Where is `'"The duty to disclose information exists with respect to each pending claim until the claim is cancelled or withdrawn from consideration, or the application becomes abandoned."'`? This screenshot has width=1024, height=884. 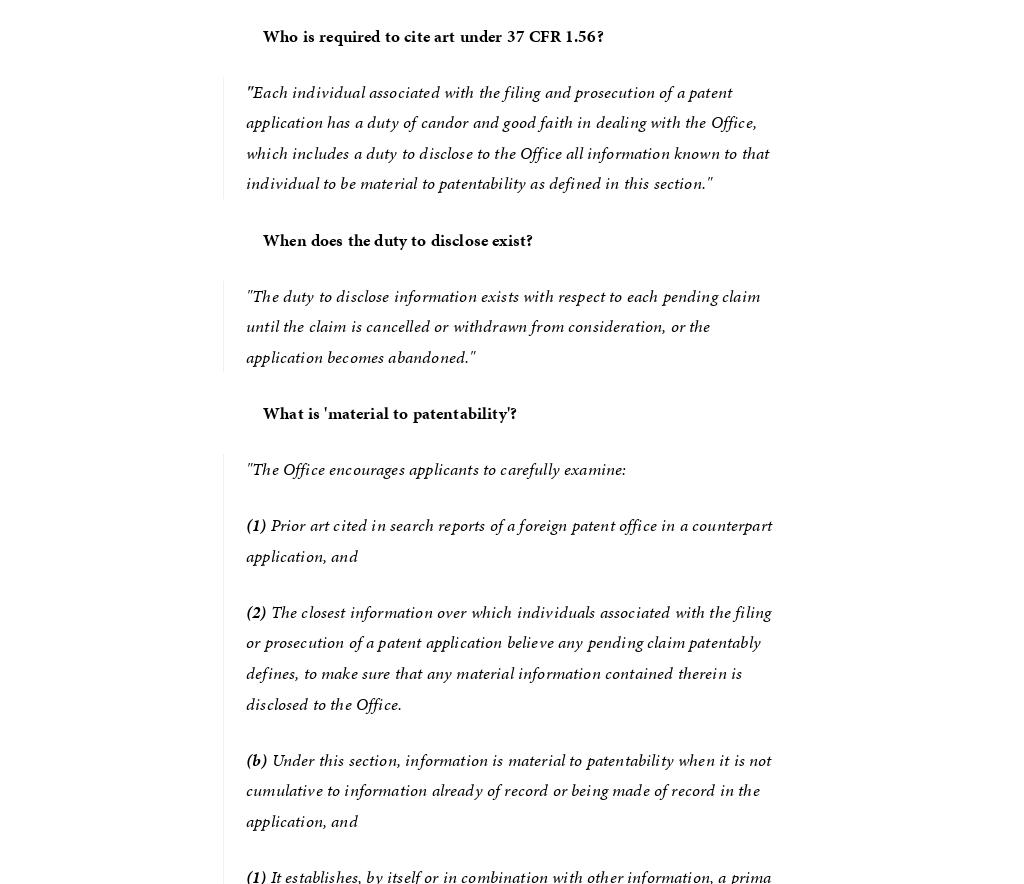
'"The duty to disclose information exists with respect to each pending claim until the claim is cancelled or withdrawn from consideration, or the application becomes abandoned."' is located at coordinates (504, 325).